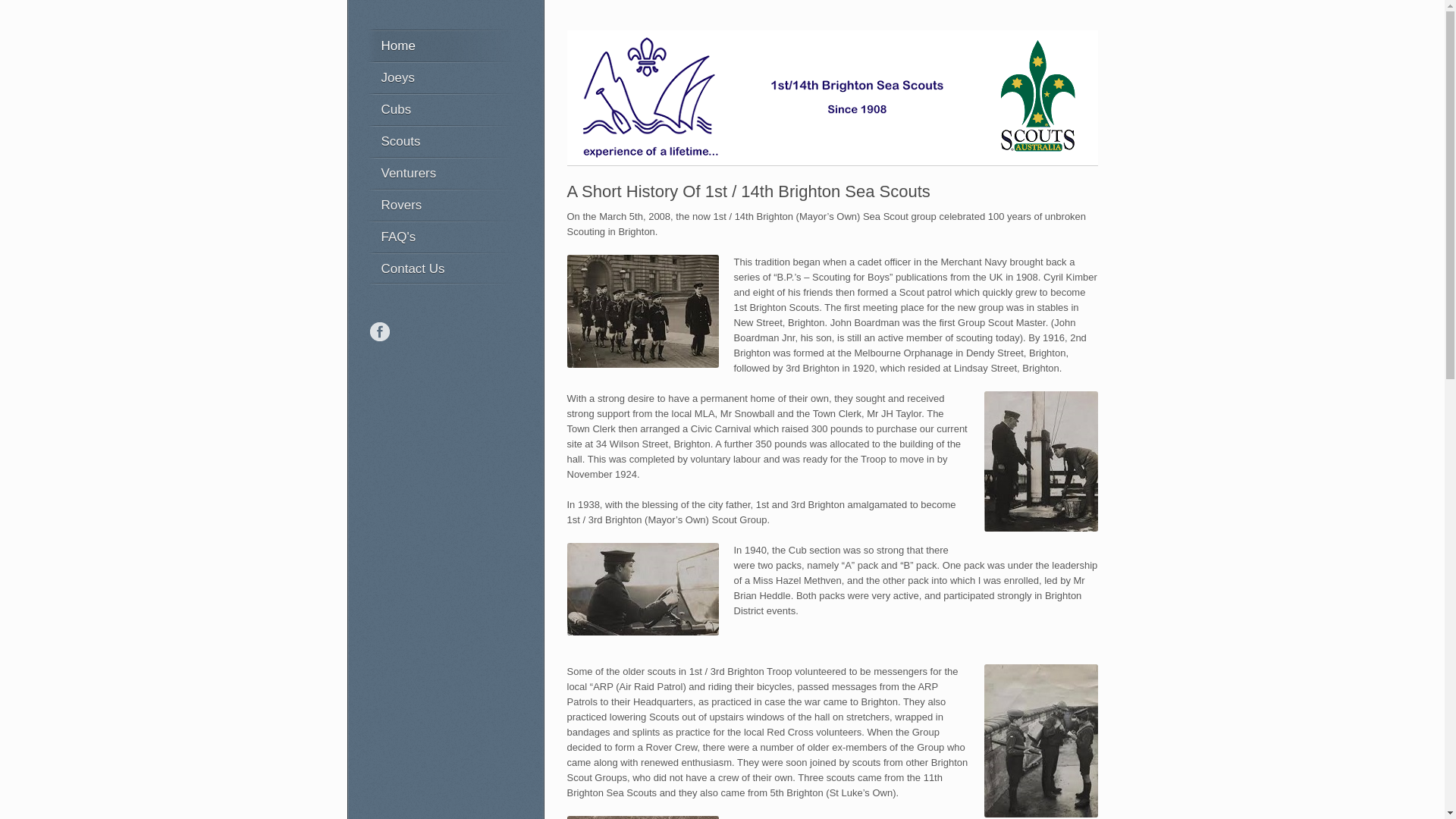  I want to click on 'Home', so click(365, 45).